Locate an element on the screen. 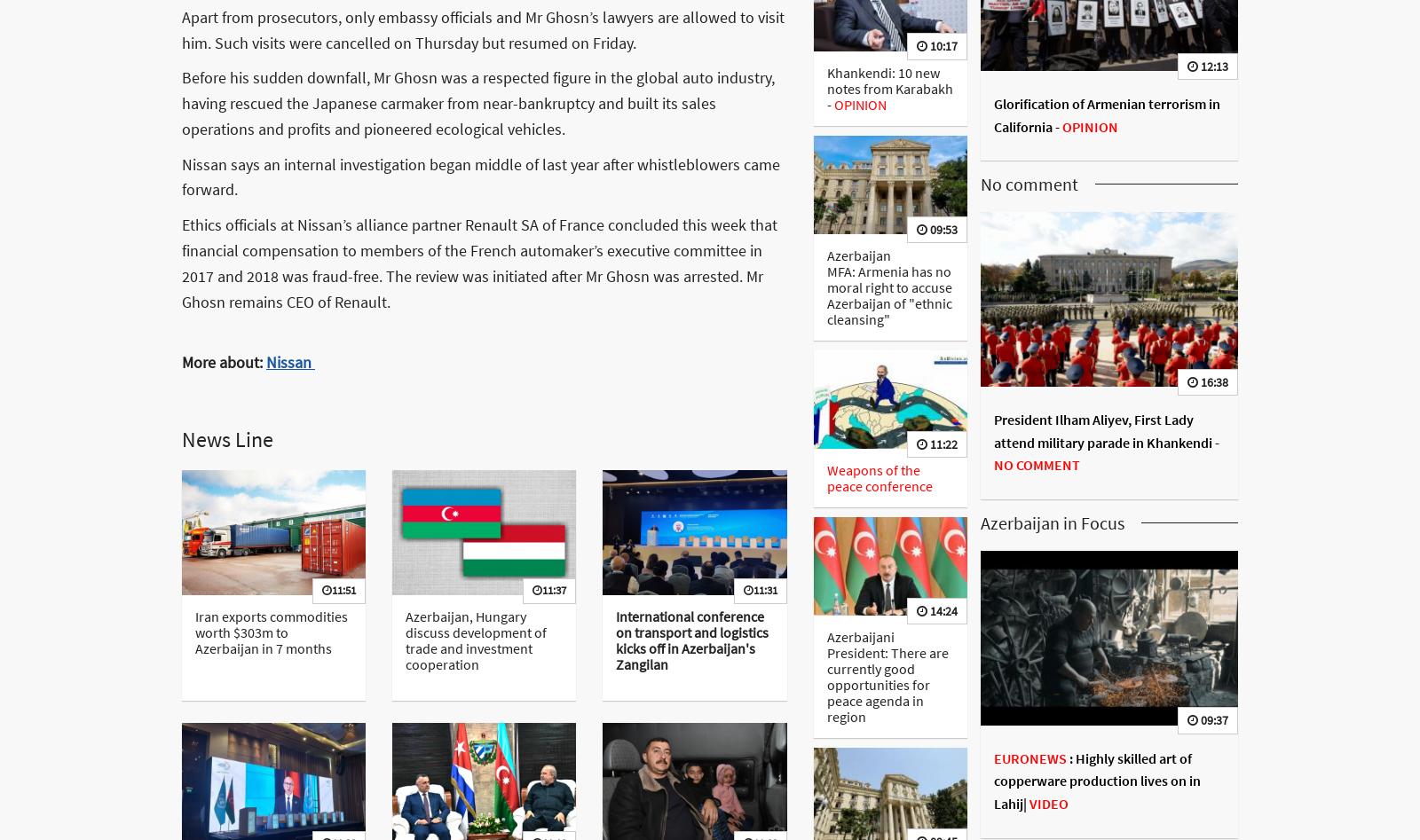 The height and width of the screenshot is (840, 1420). 'Mehriban Aliyeva: Escalation of tensions in Israeli-Palestinian conflict zone is a serious concern' is located at coordinates (1095, 27).